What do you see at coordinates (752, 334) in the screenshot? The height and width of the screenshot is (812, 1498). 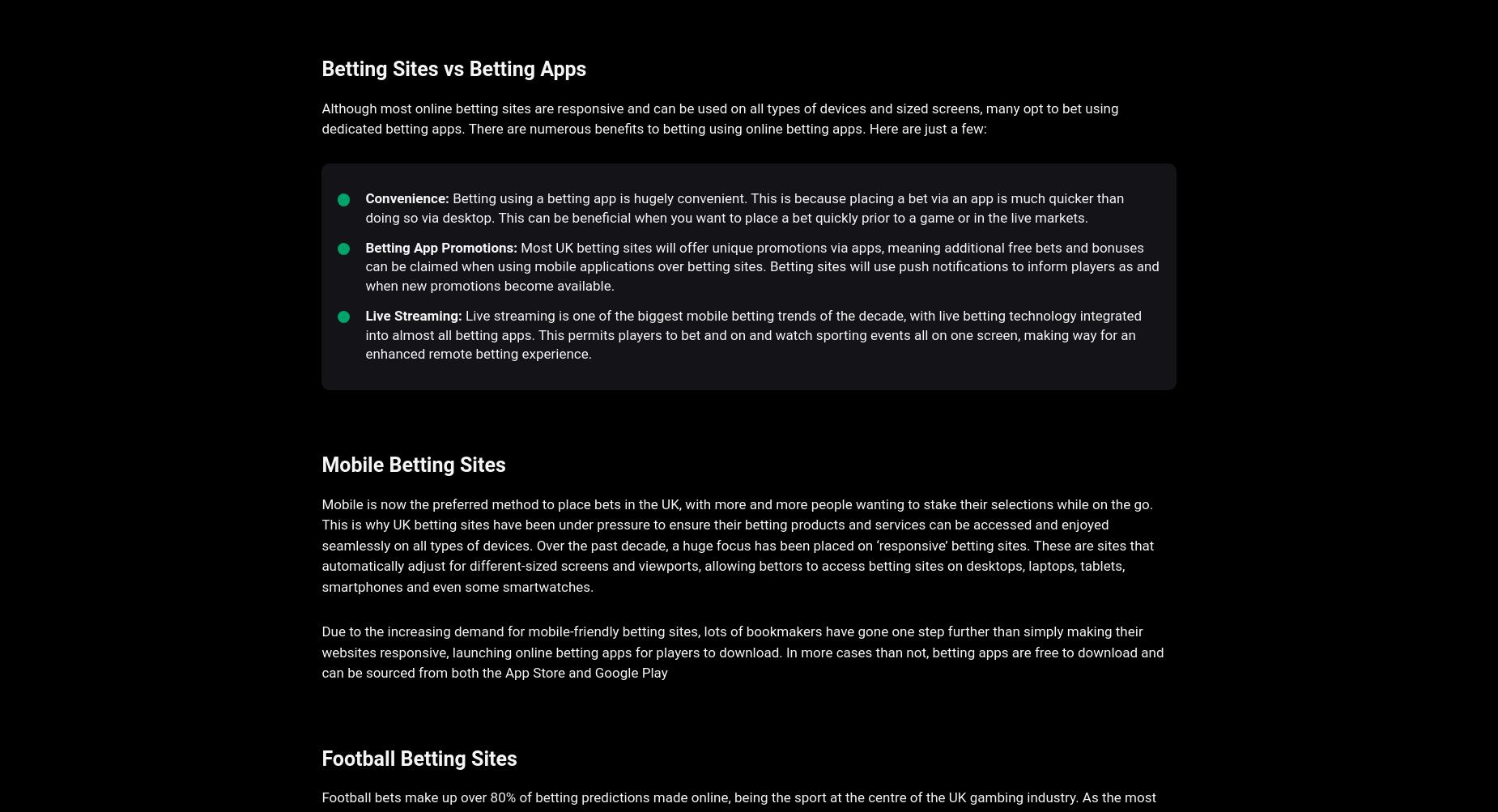 I see `'Live streaming is one of the biggest mobile betting trends of the decade, with live betting technology integrated into almost all betting apps. This permits players to bet and on and watch sporting events all on one screen, making way for an enhanced remote betting experience.'` at bounding box center [752, 334].